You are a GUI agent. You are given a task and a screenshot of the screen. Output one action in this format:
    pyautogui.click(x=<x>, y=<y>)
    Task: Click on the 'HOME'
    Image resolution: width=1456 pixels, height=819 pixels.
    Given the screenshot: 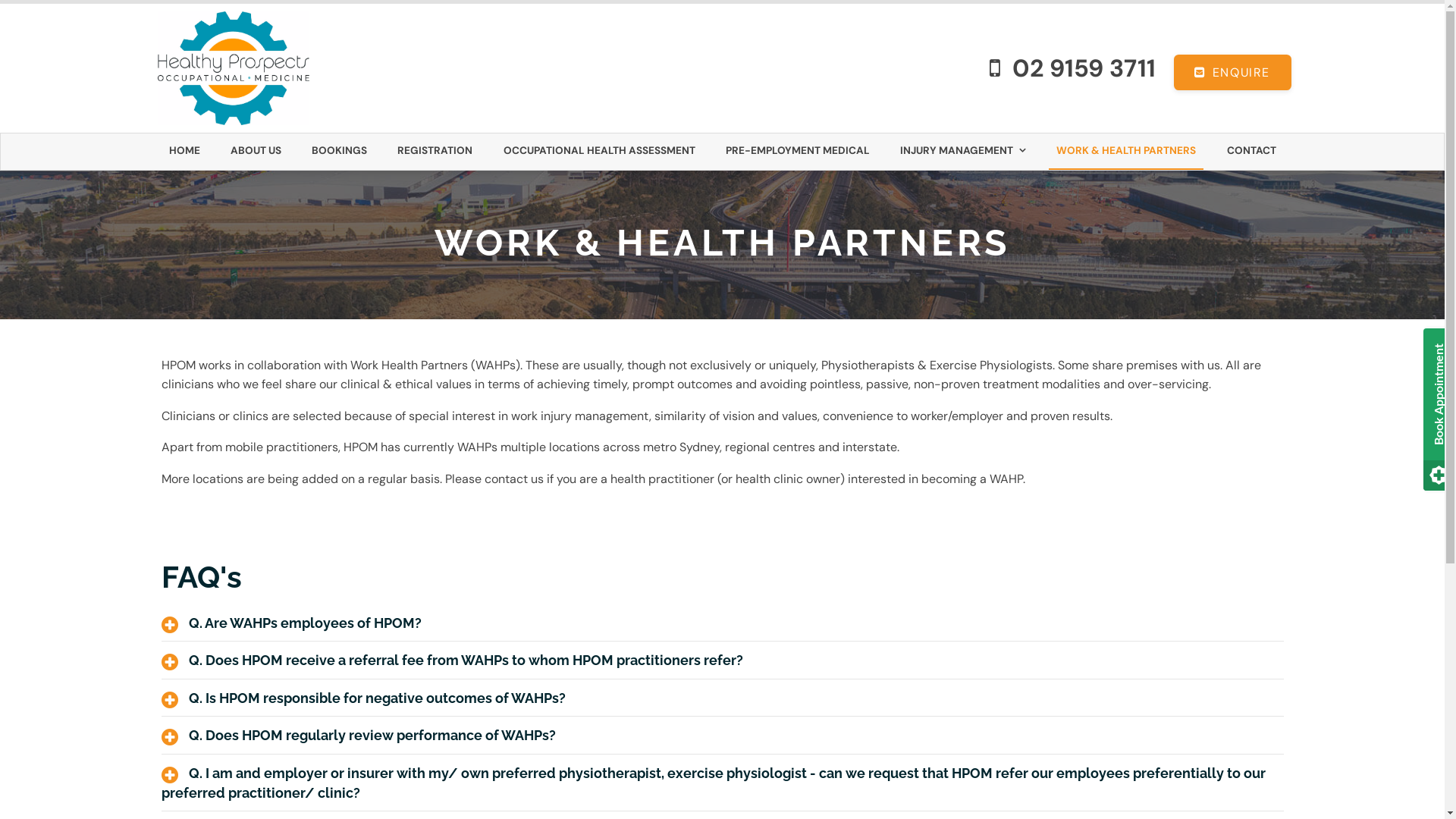 What is the action you would take?
    pyautogui.click(x=183, y=152)
    